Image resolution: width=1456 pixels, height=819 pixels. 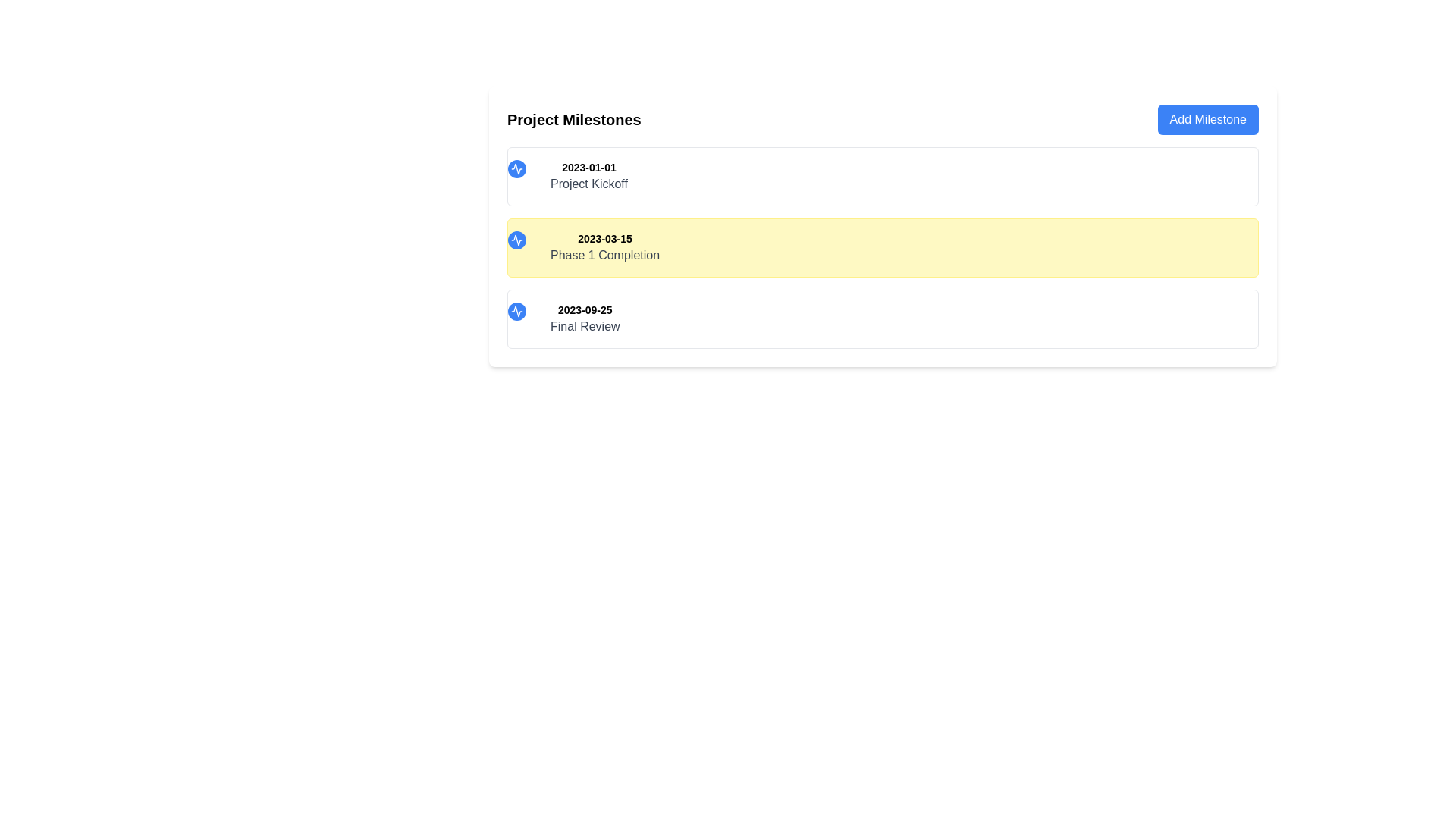 I want to click on the decorative graphic icon representing activity or progress for the milestone labeled '2023-03-15 Phase 1 Completion', which is positioned in the second milestone item with a highlighted yellow background, so click(x=516, y=239).